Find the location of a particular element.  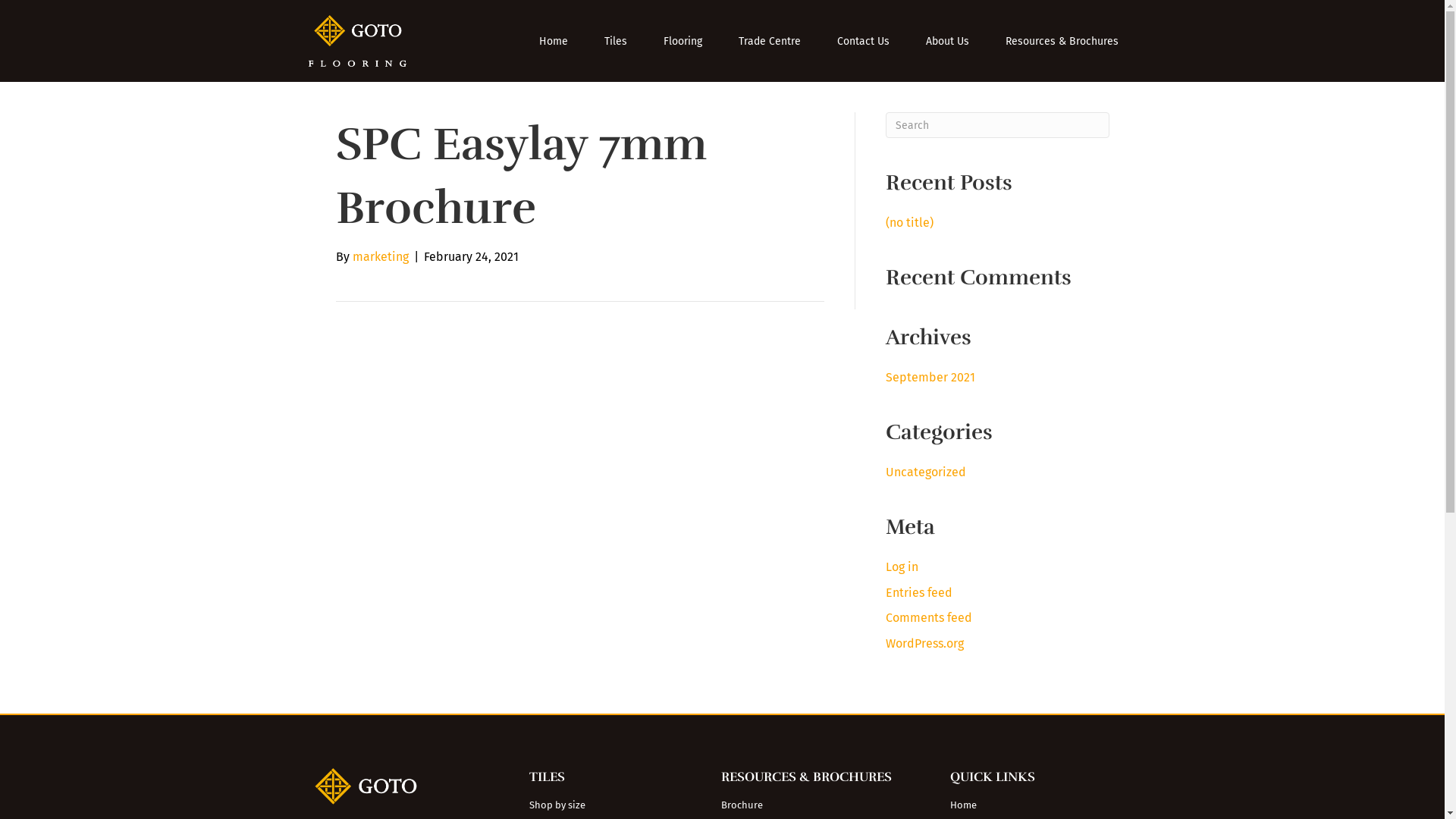

'Comments feed' is located at coordinates (927, 617).